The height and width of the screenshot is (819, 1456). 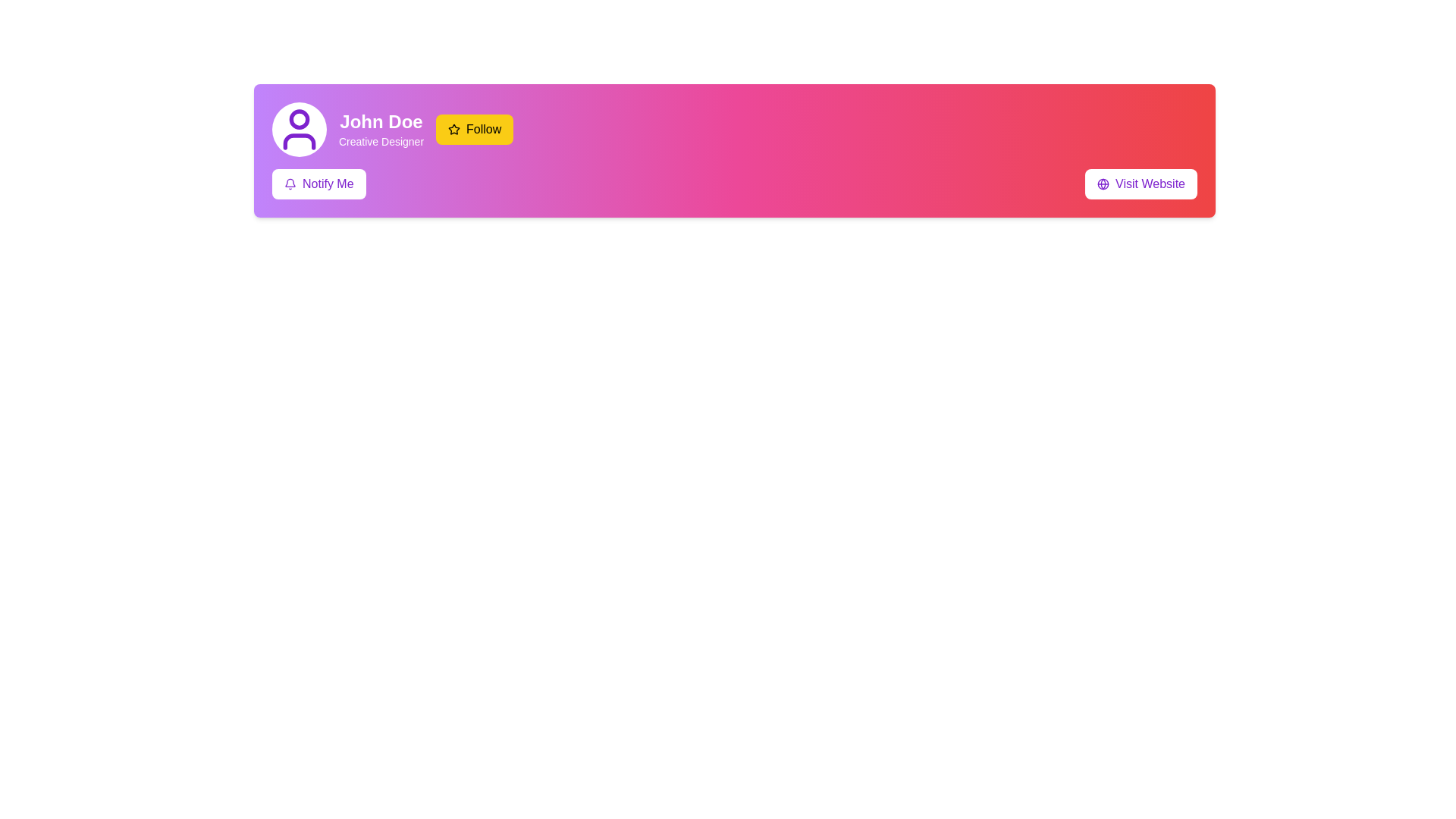 What do you see at coordinates (453, 128) in the screenshot?
I see `the star icon indicating favorite or premium status, located adjacent to the 'Follow' button on the right side of the header section` at bounding box center [453, 128].